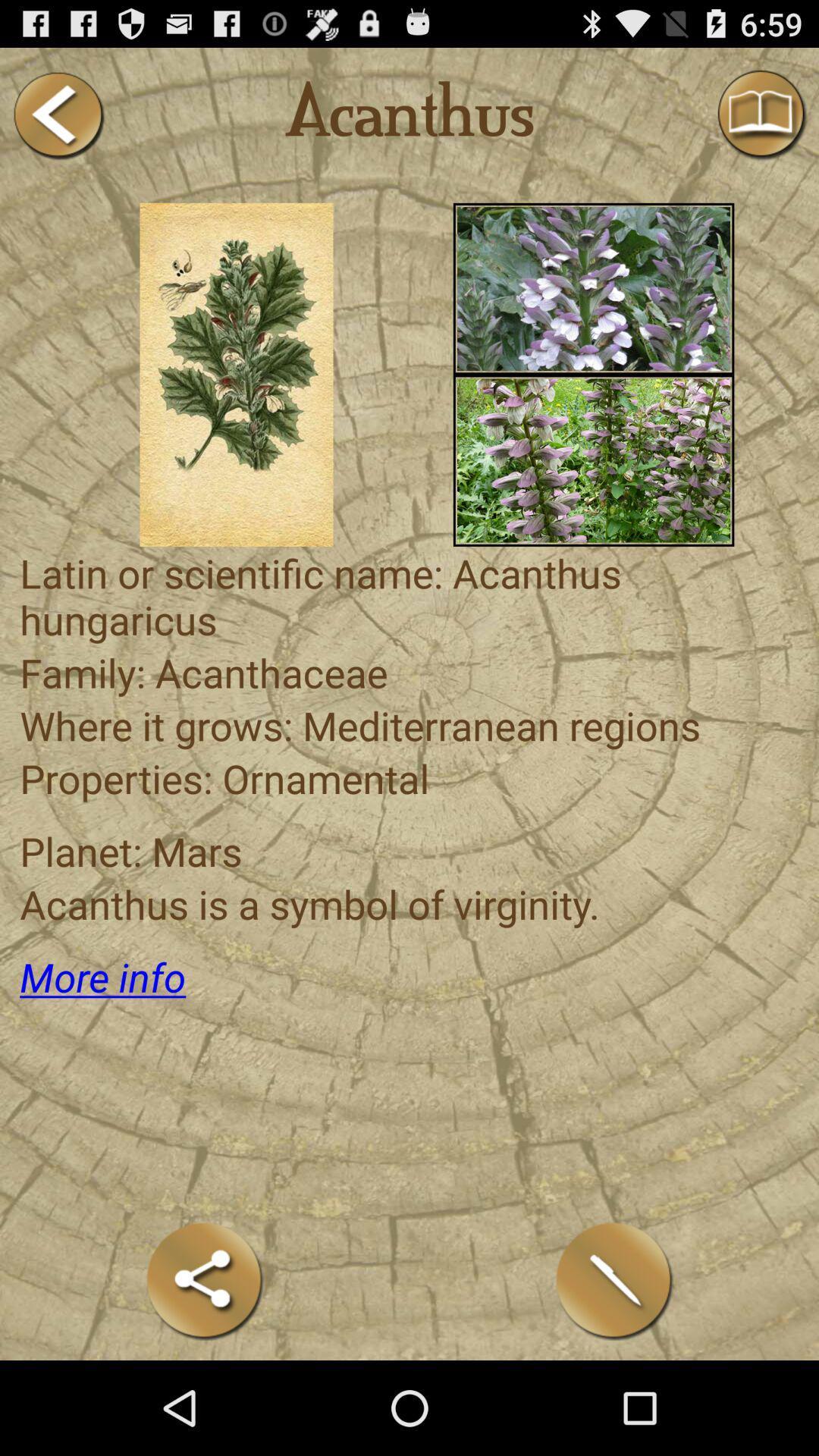  What do you see at coordinates (593, 288) in the screenshot?
I see `more than 70 plants cataloged in alphabetical order you can see for your rituals` at bounding box center [593, 288].